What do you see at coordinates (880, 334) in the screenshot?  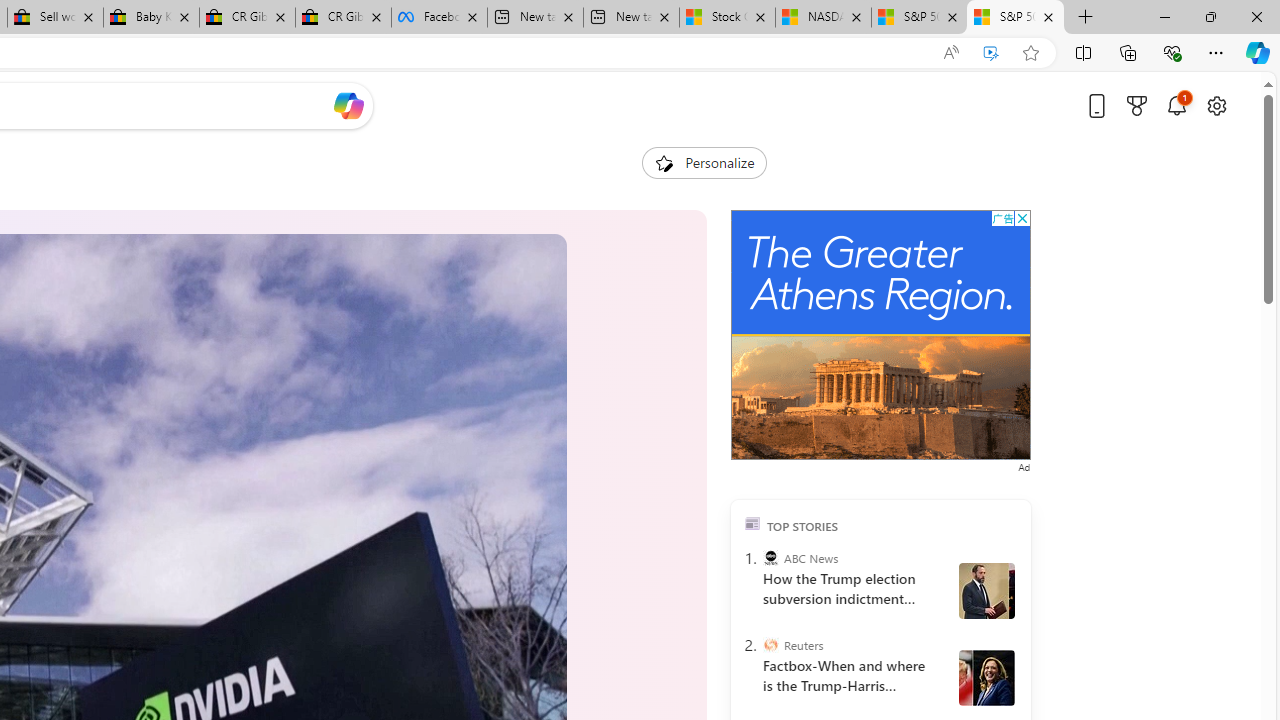 I see `'Advertisement'` at bounding box center [880, 334].